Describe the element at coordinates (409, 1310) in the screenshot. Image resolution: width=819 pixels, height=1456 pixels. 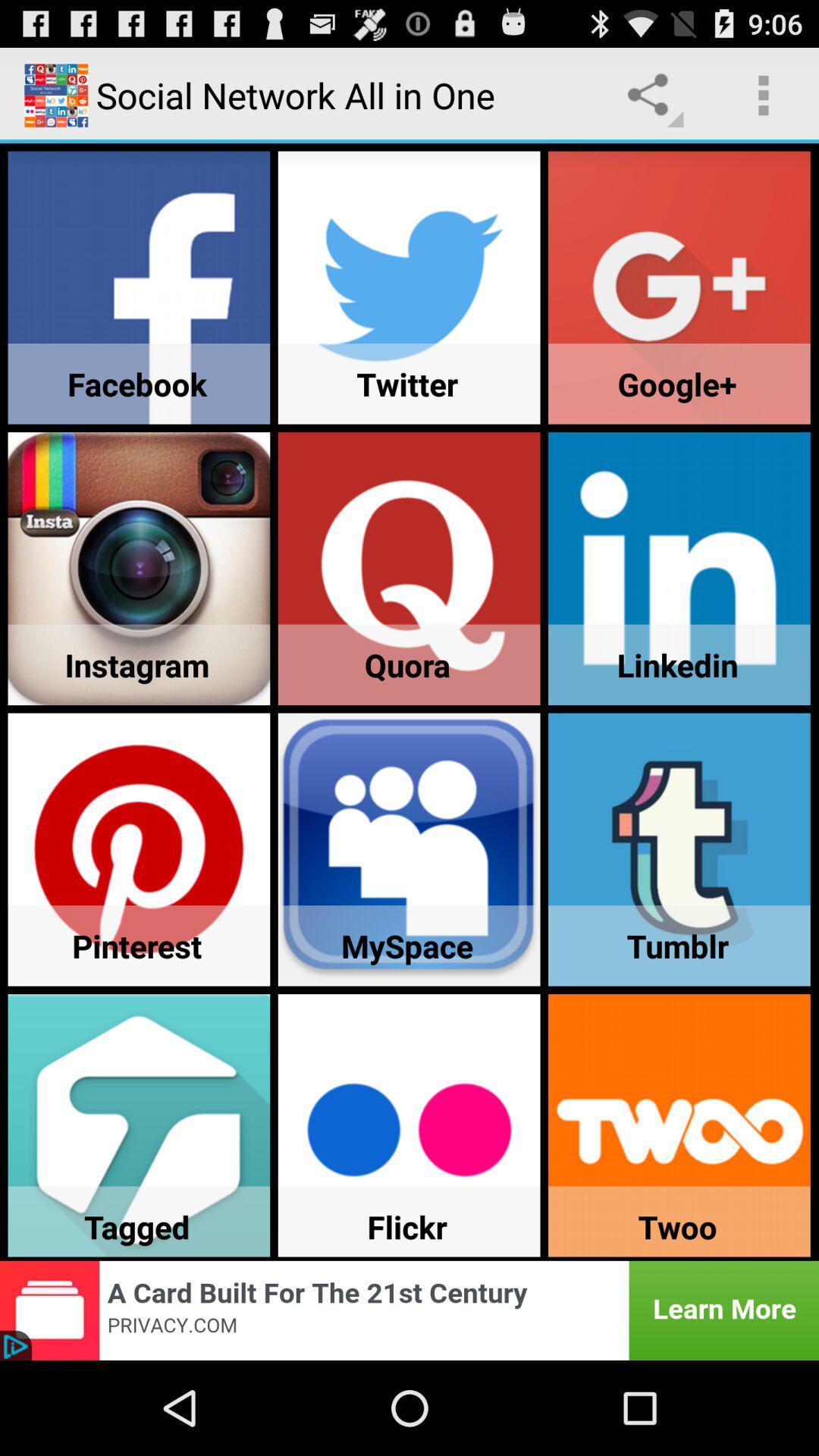
I see `visit advertisement page` at that location.